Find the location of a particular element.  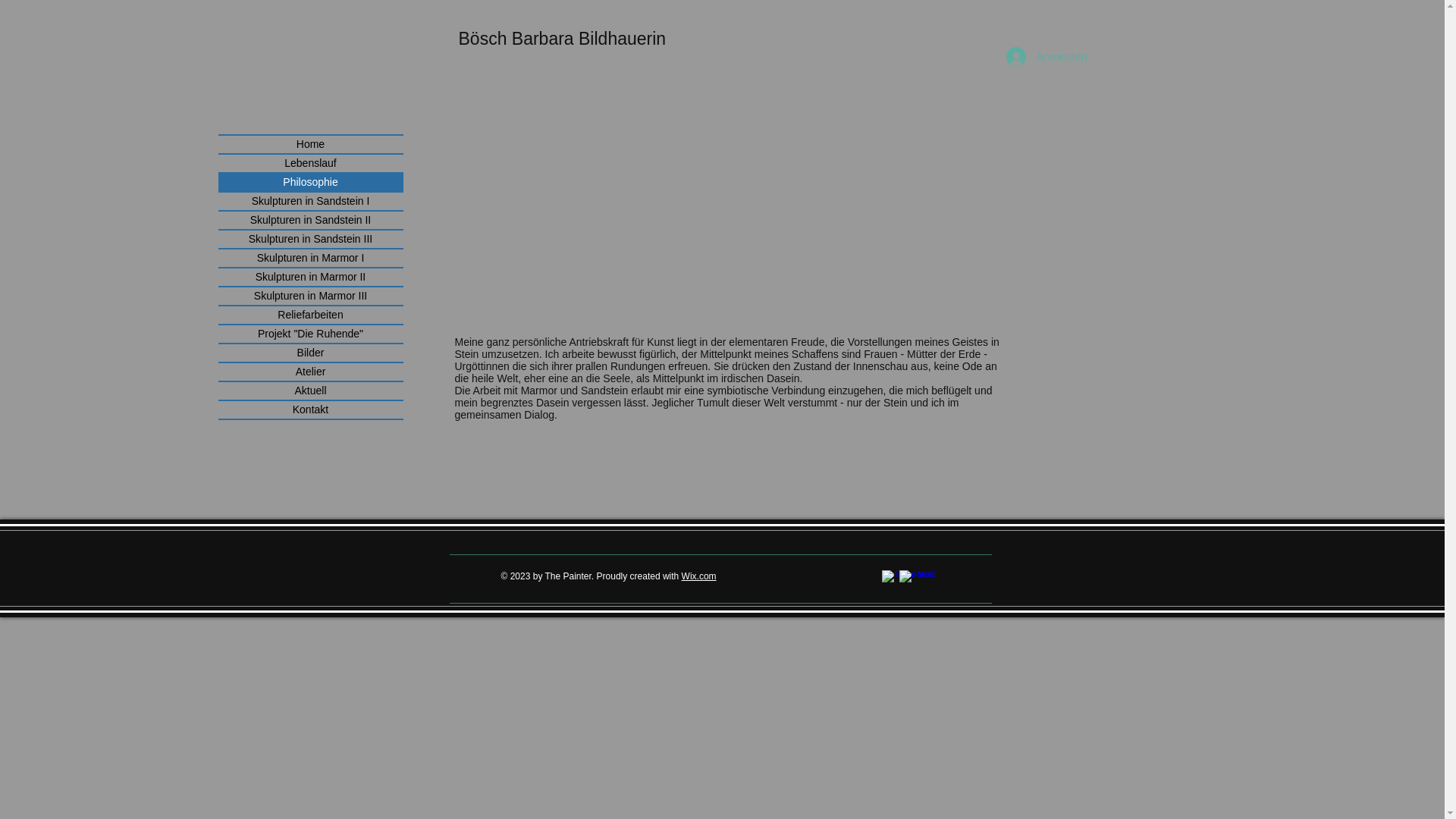

'Home' is located at coordinates (309, 144).